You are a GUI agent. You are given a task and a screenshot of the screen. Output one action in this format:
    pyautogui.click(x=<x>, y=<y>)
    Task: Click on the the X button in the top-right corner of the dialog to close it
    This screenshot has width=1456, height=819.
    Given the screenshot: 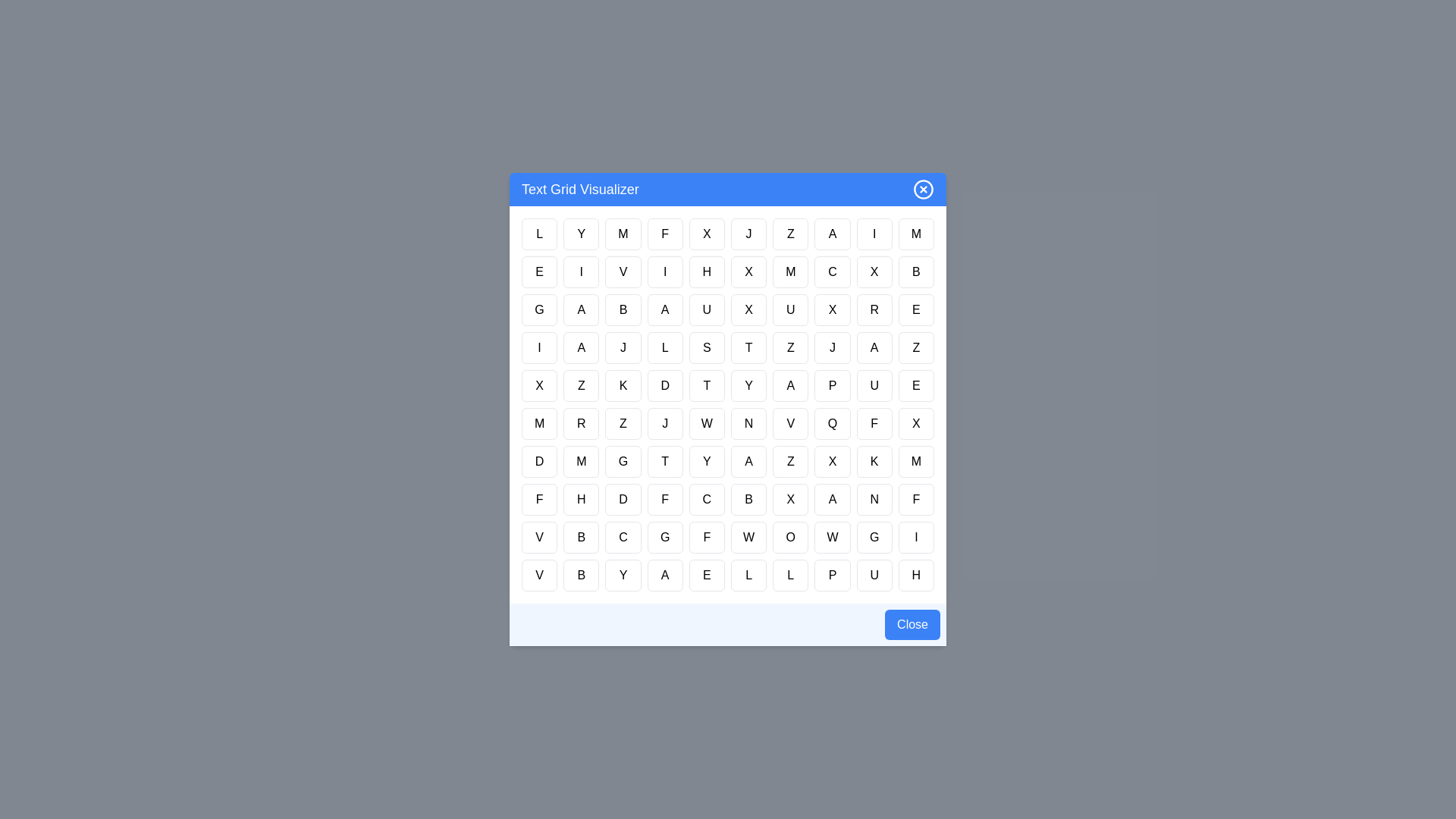 What is the action you would take?
    pyautogui.click(x=923, y=189)
    